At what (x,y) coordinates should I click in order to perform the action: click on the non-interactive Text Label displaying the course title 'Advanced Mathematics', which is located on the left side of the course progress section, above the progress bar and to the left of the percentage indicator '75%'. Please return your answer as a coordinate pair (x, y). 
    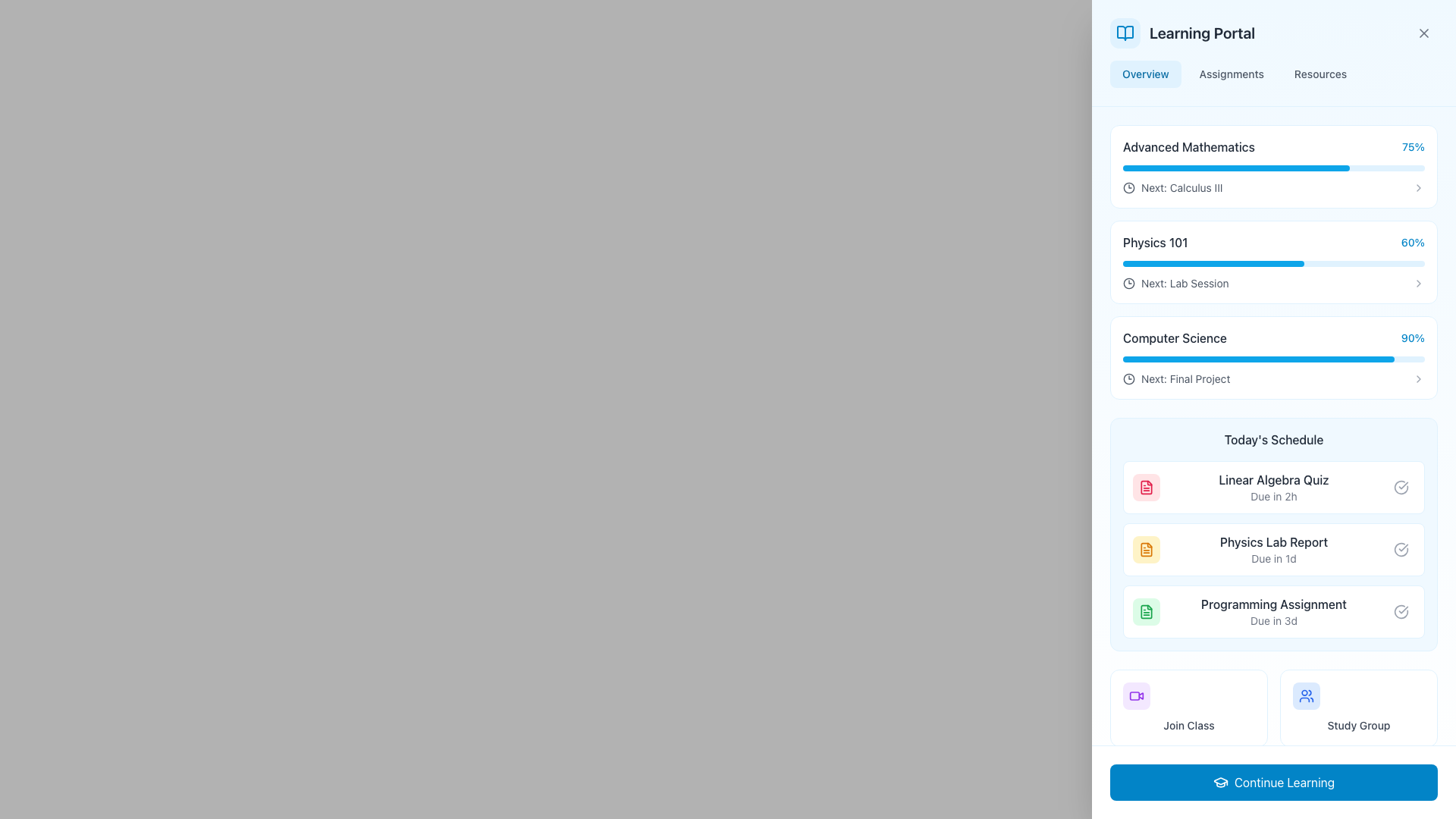
    Looking at the image, I should click on (1188, 146).